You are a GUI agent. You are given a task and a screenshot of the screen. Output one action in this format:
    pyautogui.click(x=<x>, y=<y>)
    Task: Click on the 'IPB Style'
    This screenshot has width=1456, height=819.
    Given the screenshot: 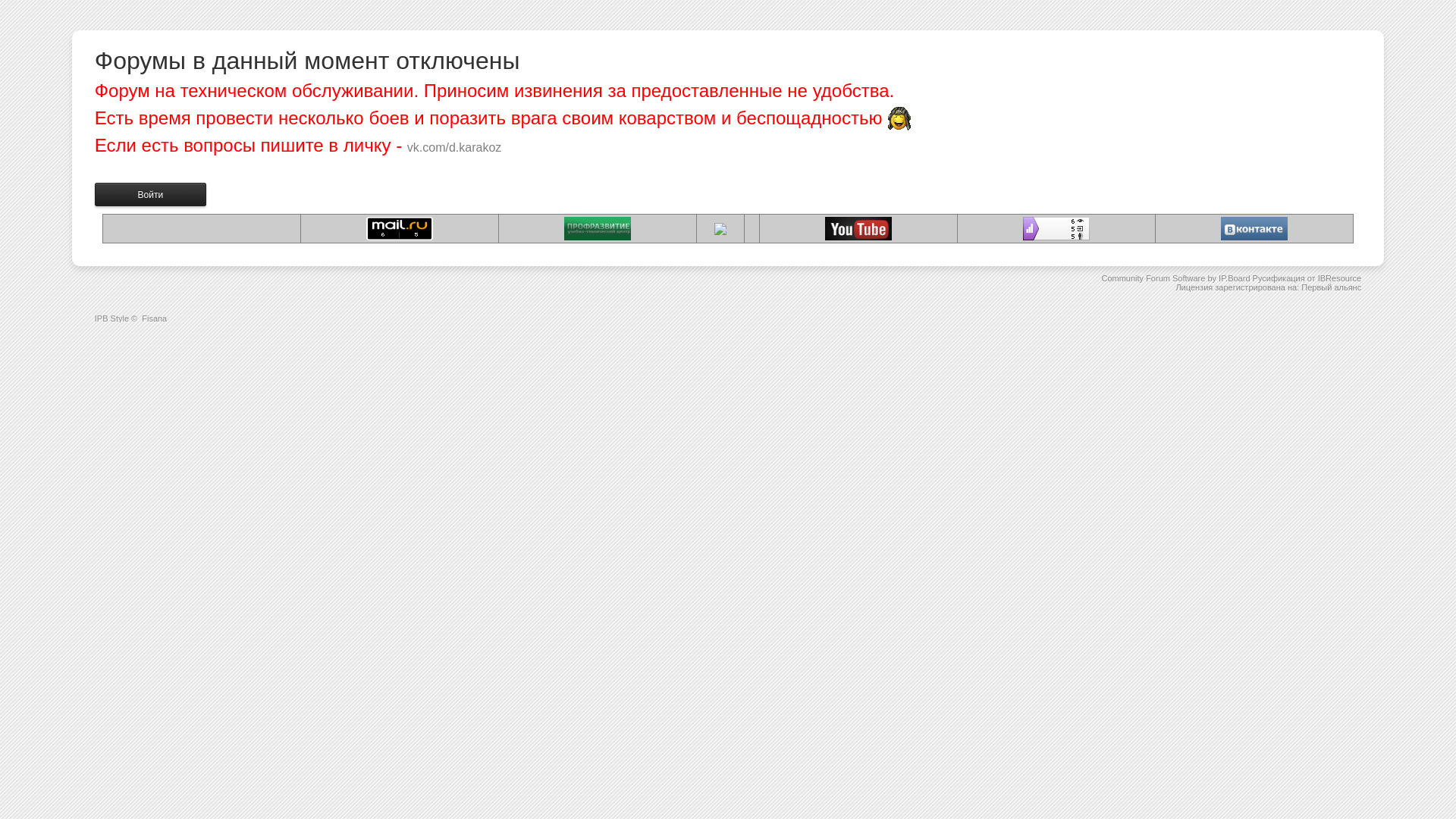 What is the action you would take?
    pyautogui.click(x=111, y=318)
    